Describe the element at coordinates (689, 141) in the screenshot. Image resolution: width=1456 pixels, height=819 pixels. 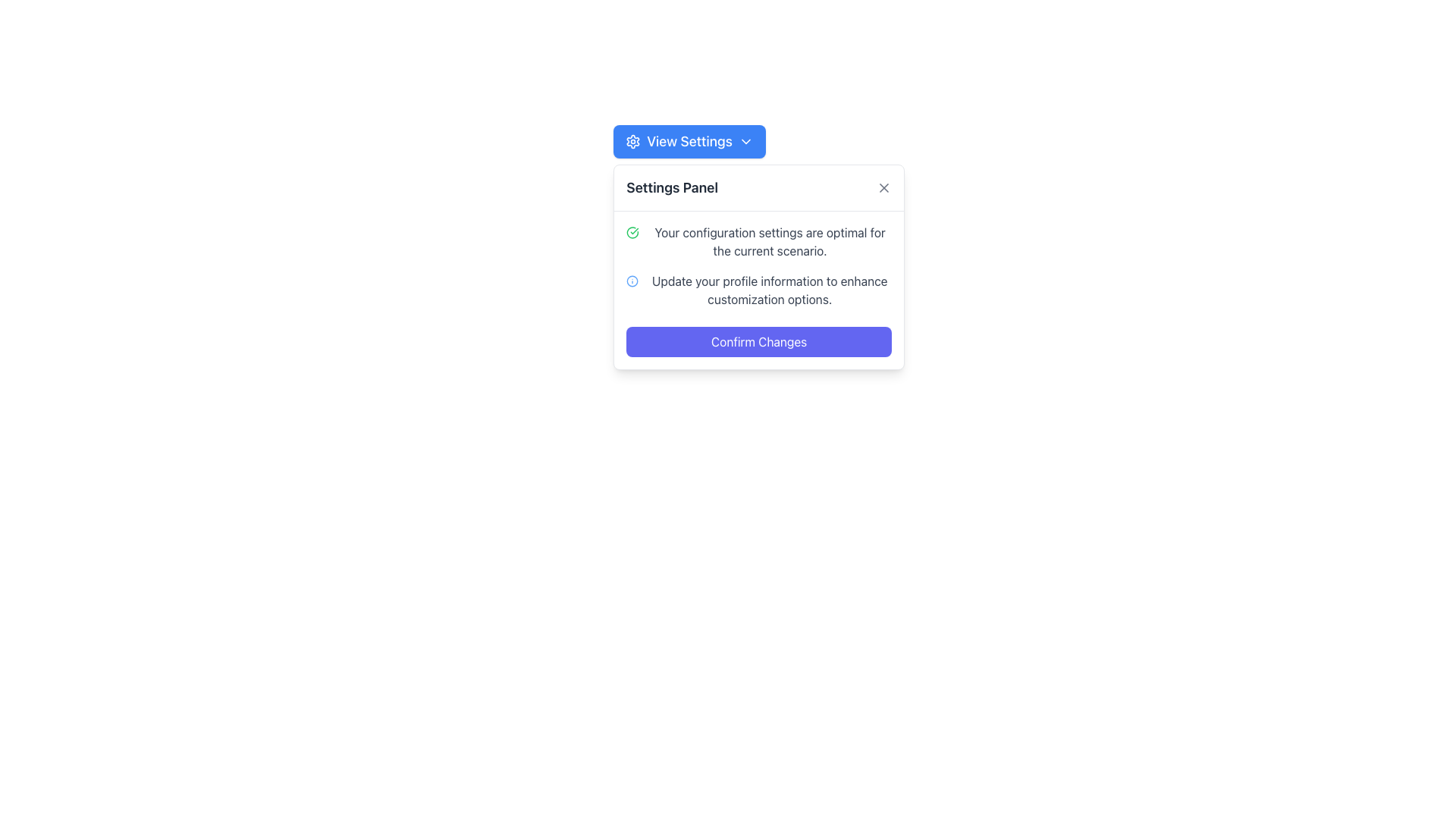
I see `the blue rectangular button labeled 'View Settings' with a settings icon` at that location.